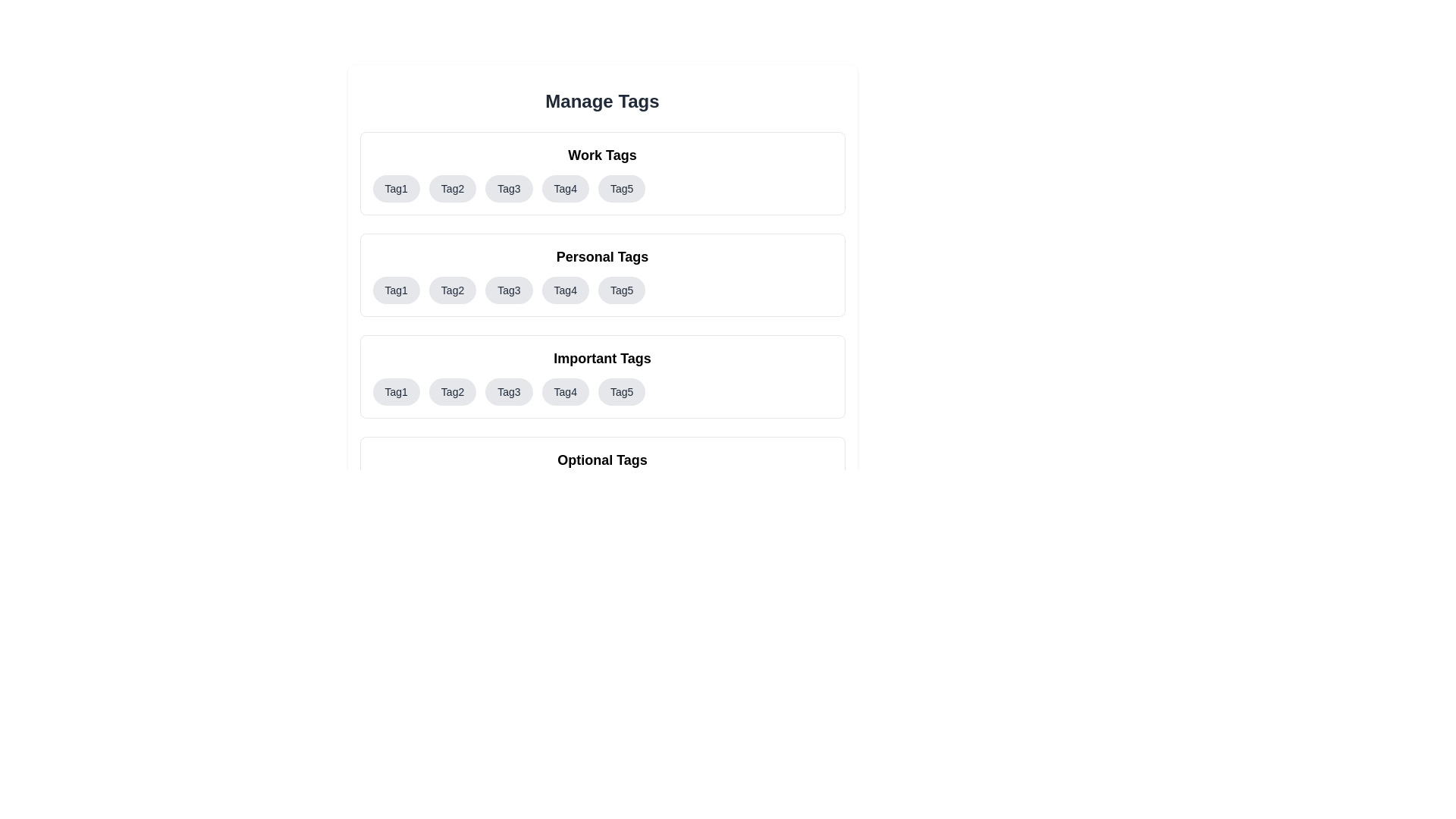 The image size is (1456, 819). I want to click on each tag button from the horizontally arranged group of buttons or tags located in the 'Important Tags' section under the 'Manage Tags' heading, so click(601, 391).